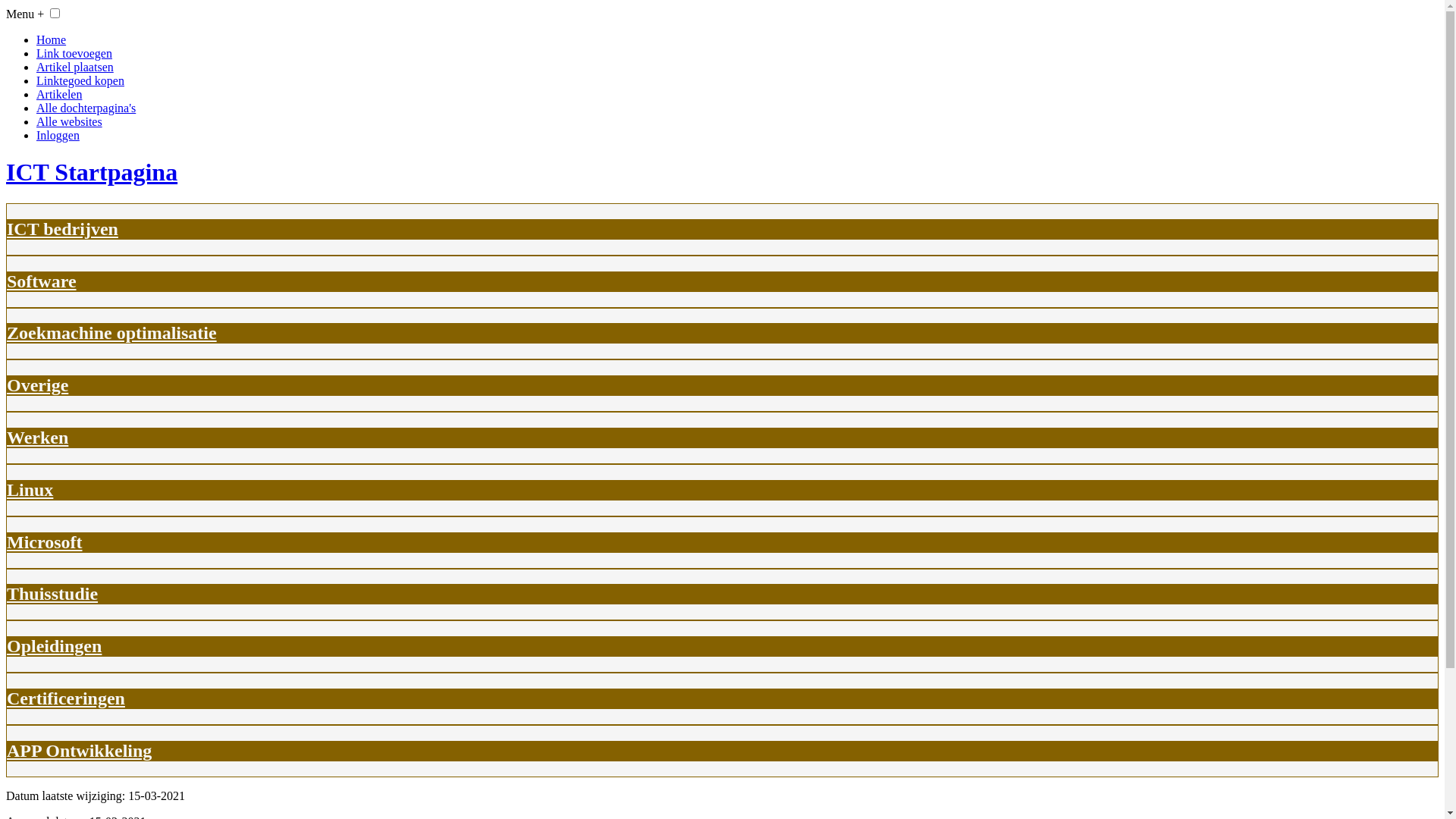 This screenshot has width=1456, height=819. Describe the element at coordinates (74, 66) in the screenshot. I see `'Artikel plaatsen'` at that location.